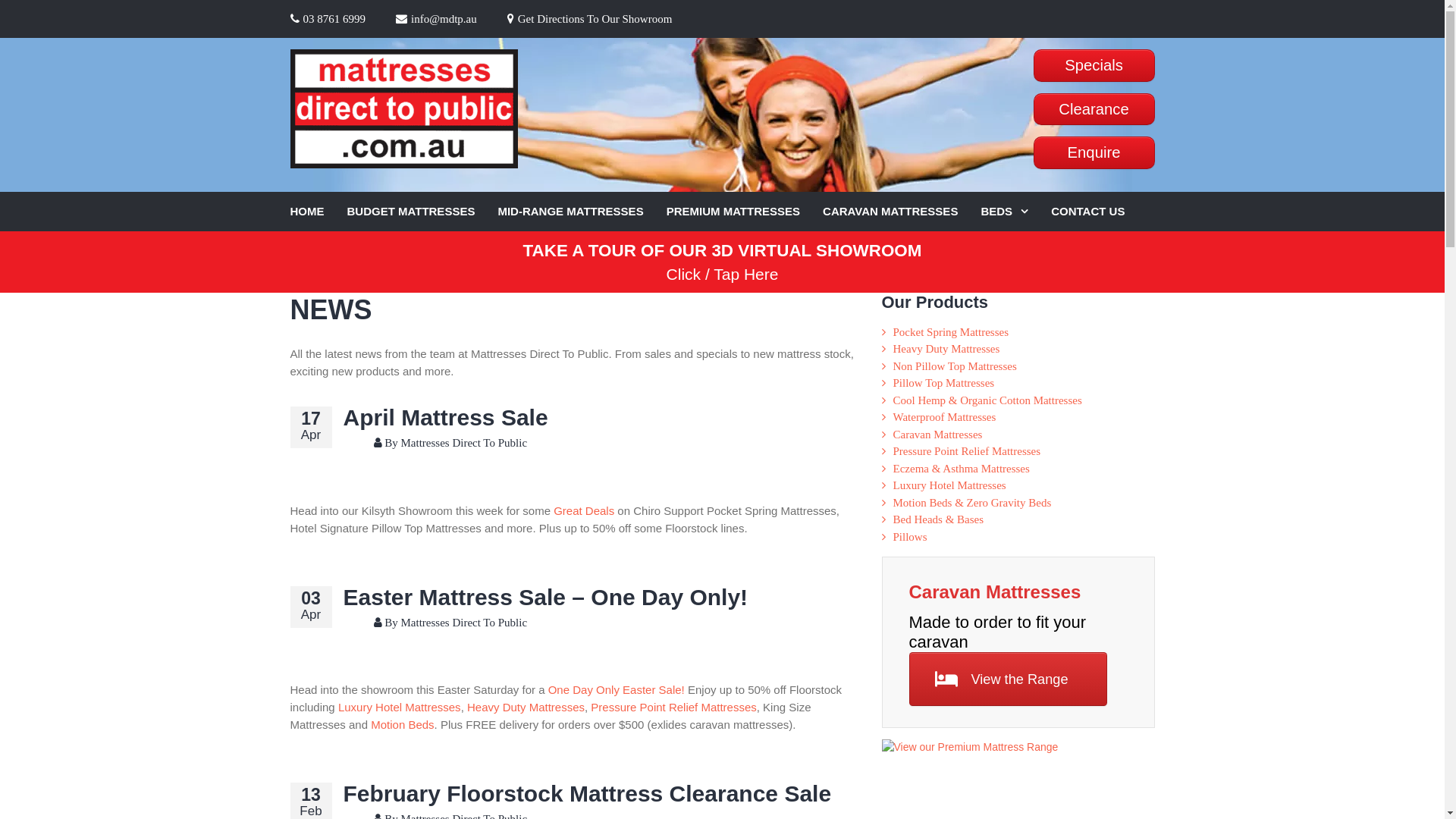  What do you see at coordinates (435, 18) in the screenshot?
I see `'info@mdtp.au'` at bounding box center [435, 18].